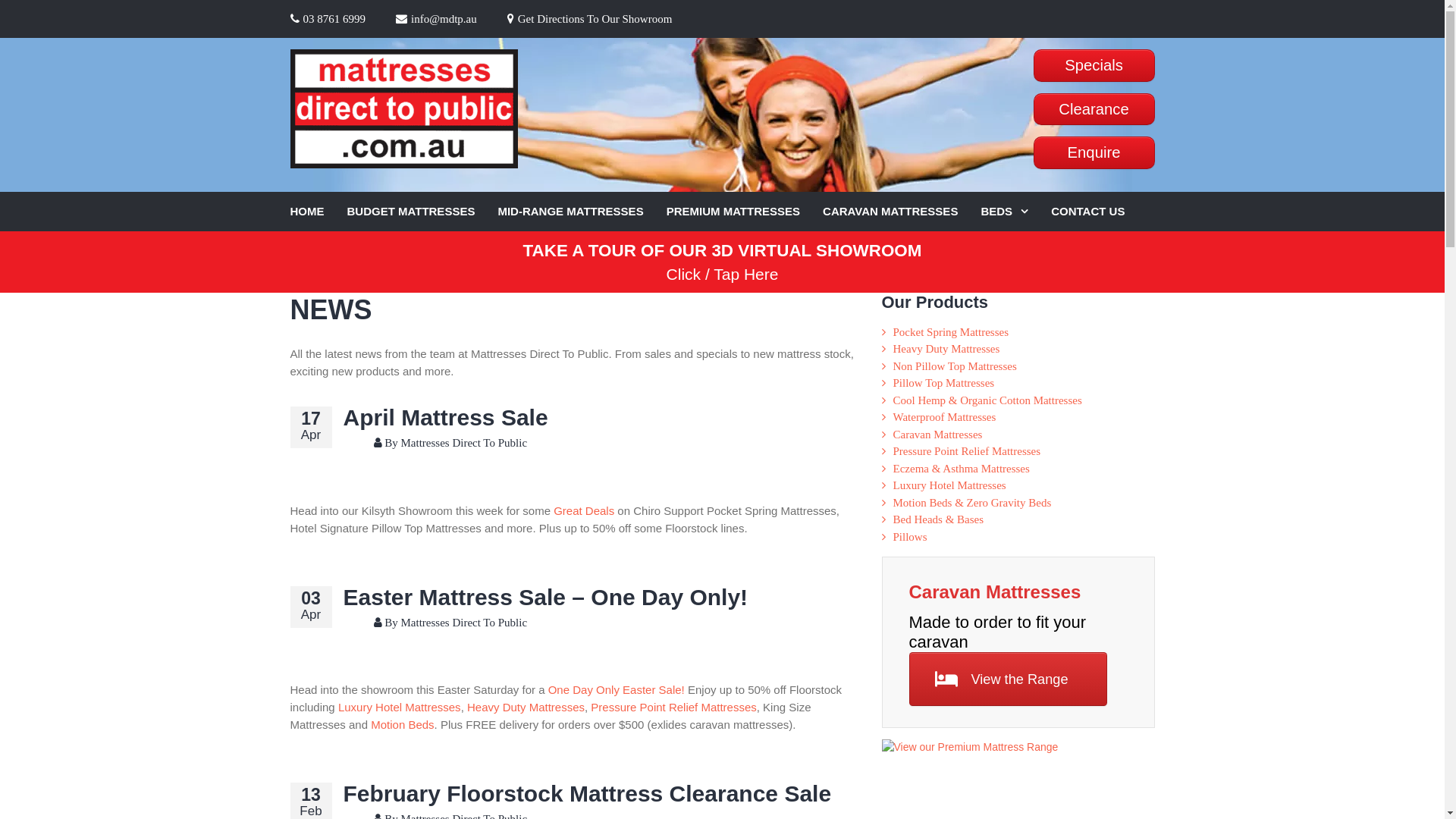  What do you see at coordinates (435, 18) in the screenshot?
I see `'info@mdtp.au'` at bounding box center [435, 18].